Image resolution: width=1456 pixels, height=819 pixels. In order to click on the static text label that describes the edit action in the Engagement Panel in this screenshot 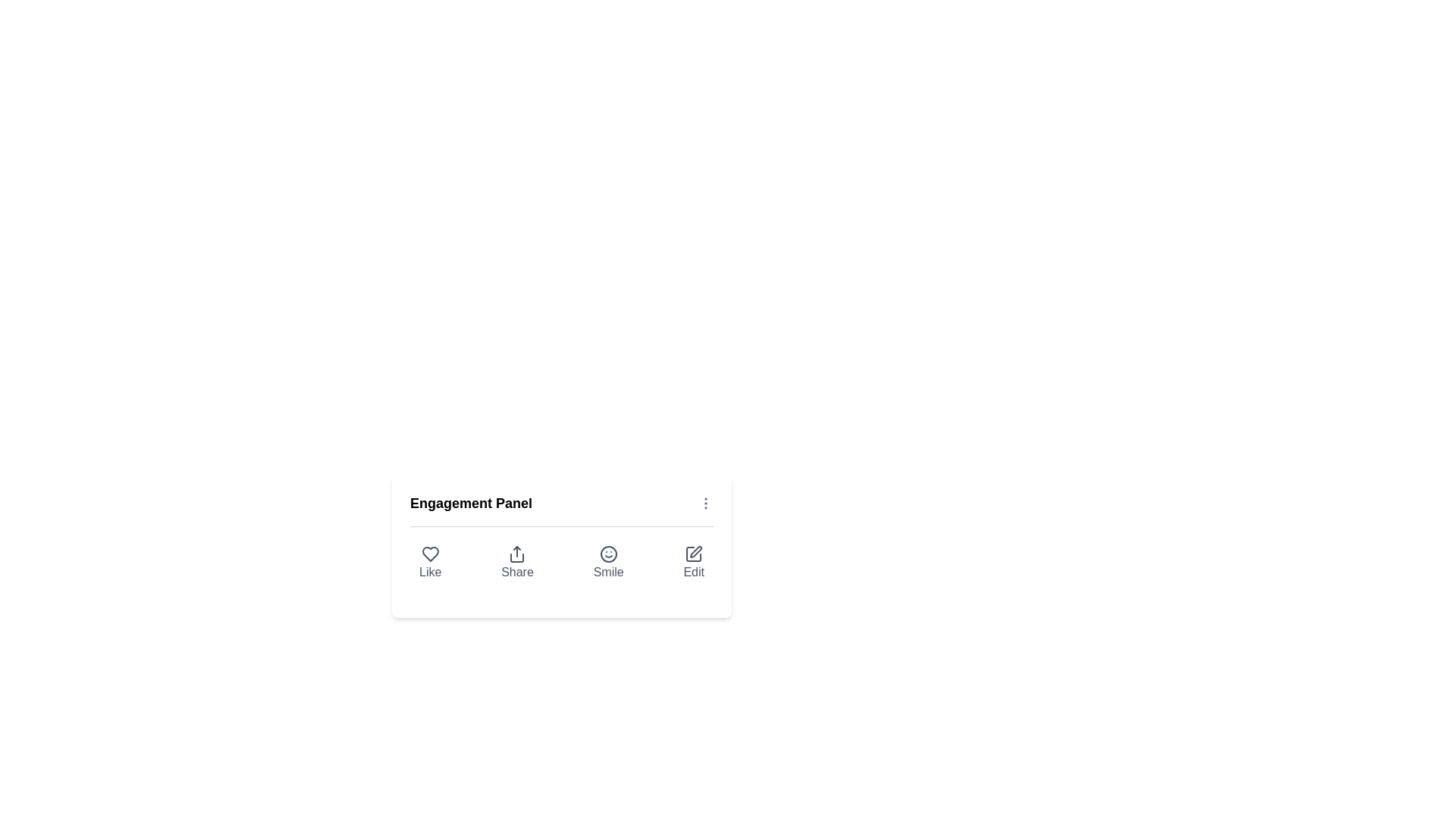, I will do `click(693, 573)`.